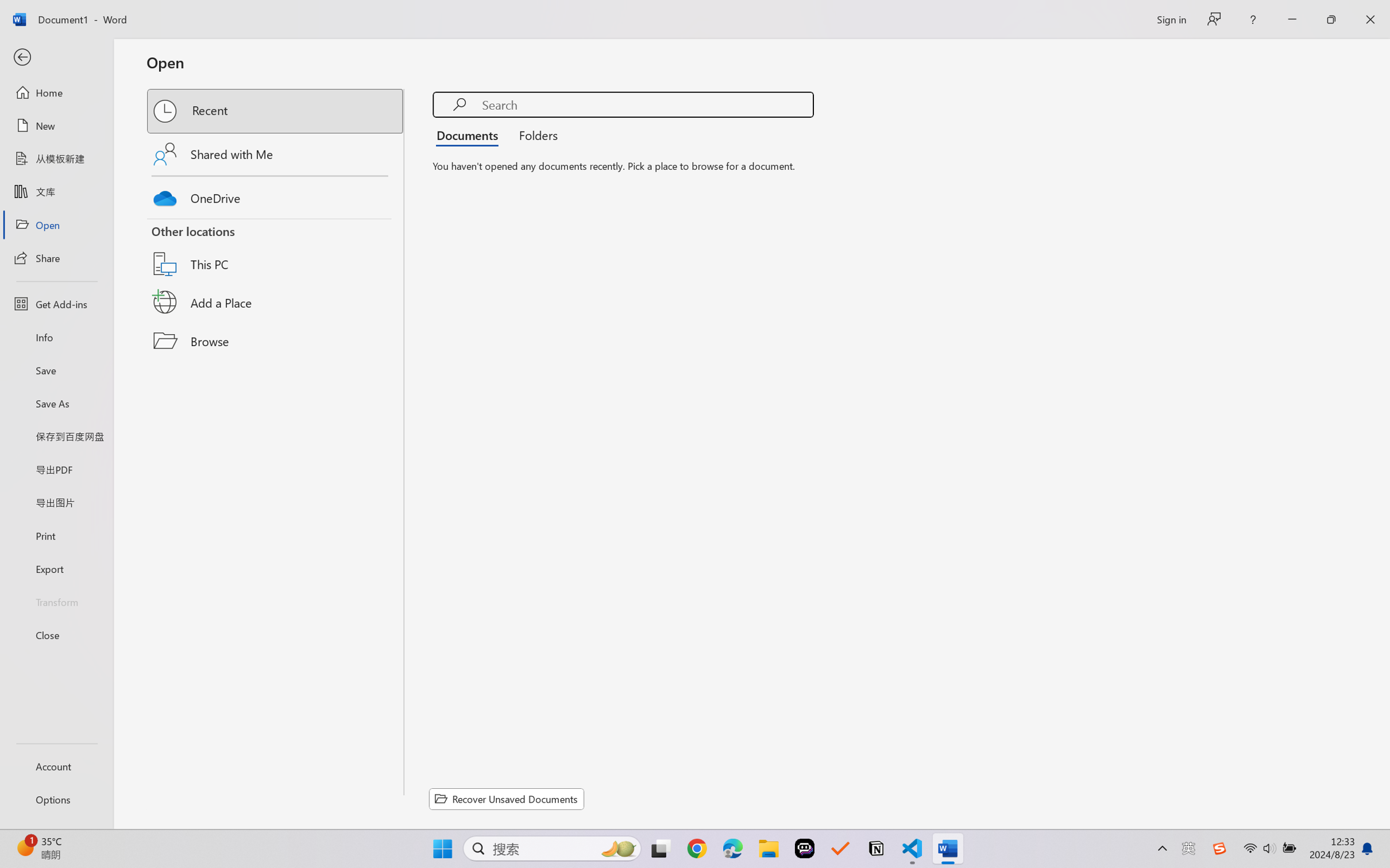 The width and height of the screenshot is (1390, 868). What do you see at coordinates (535, 134) in the screenshot?
I see `'Folders'` at bounding box center [535, 134].